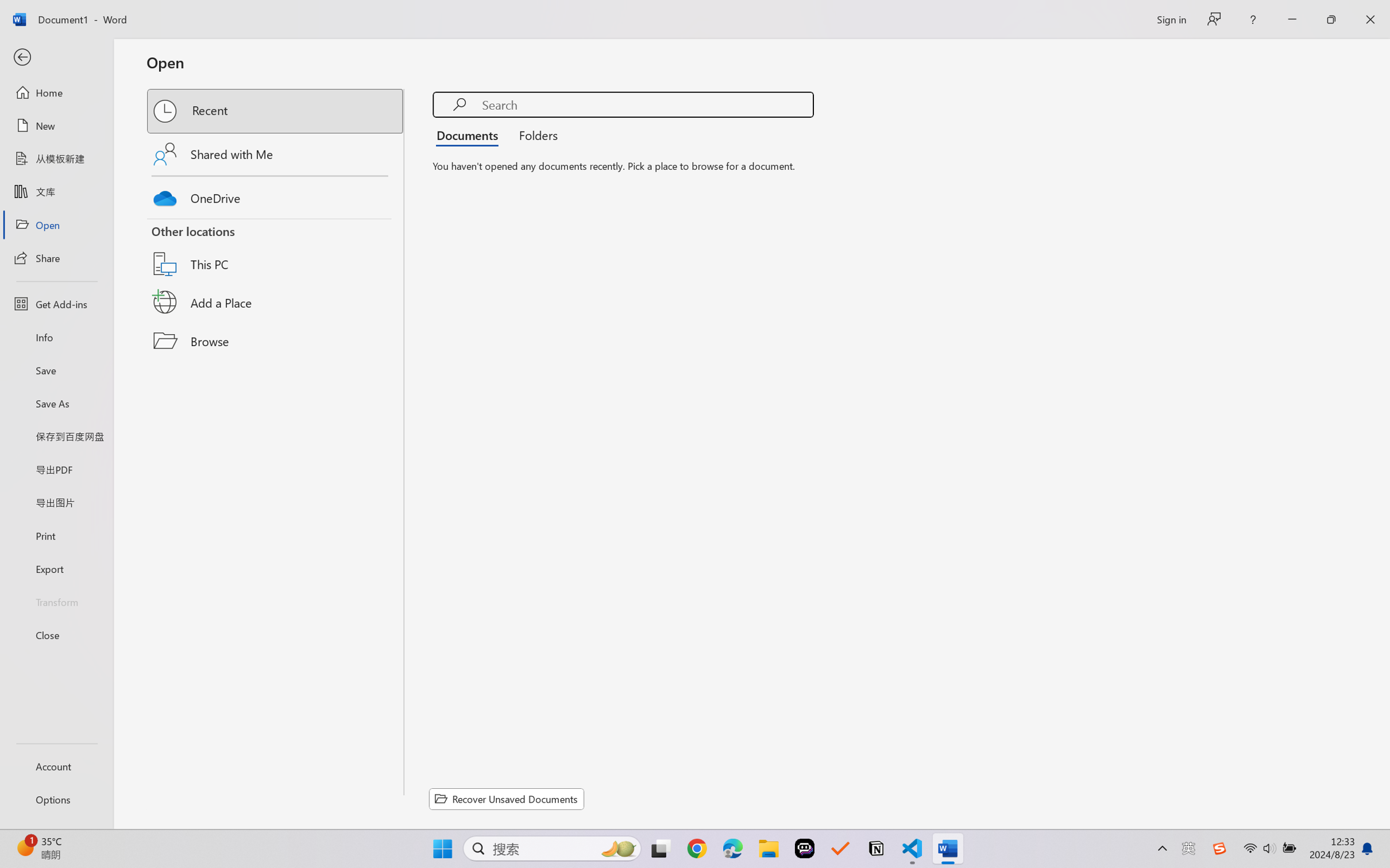 The width and height of the screenshot is (1390, 868). What do you see at coordinates (535, 134) in the screenshot?
I see `'Folders'` at bounding box center [535, 134].